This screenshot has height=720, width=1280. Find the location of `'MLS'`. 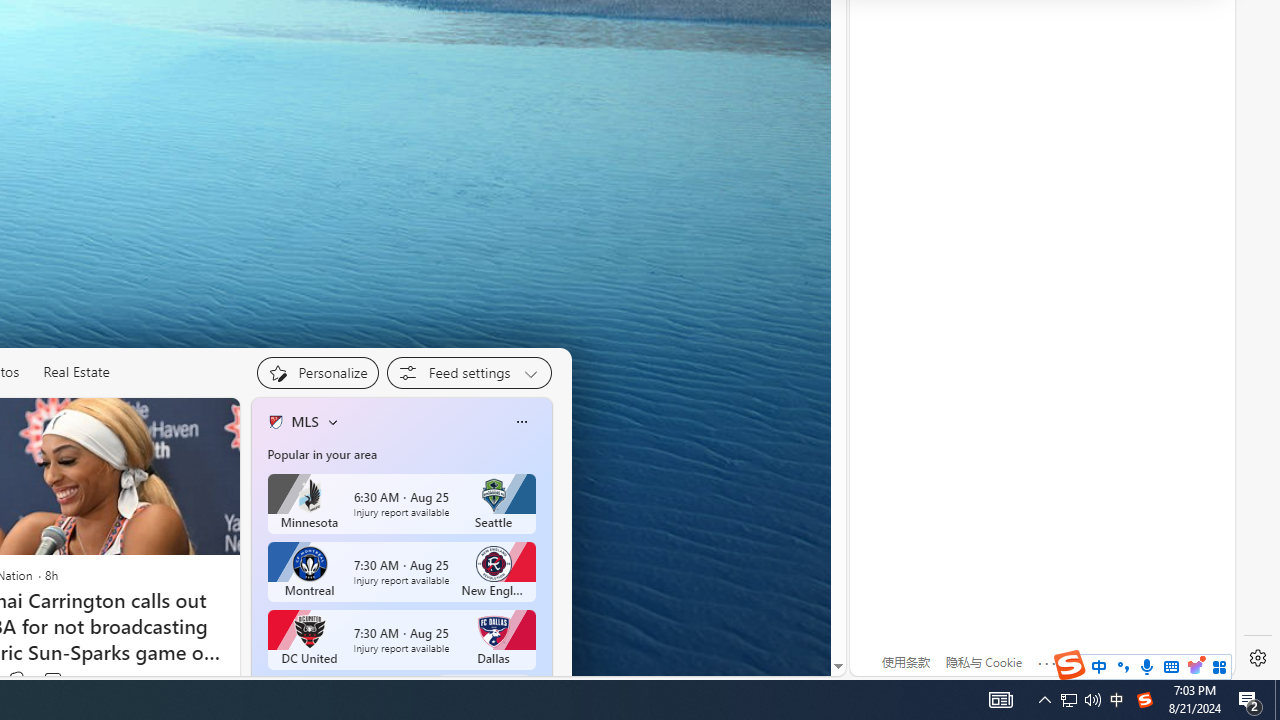

'MLS' is located at coordinates (303, 421).